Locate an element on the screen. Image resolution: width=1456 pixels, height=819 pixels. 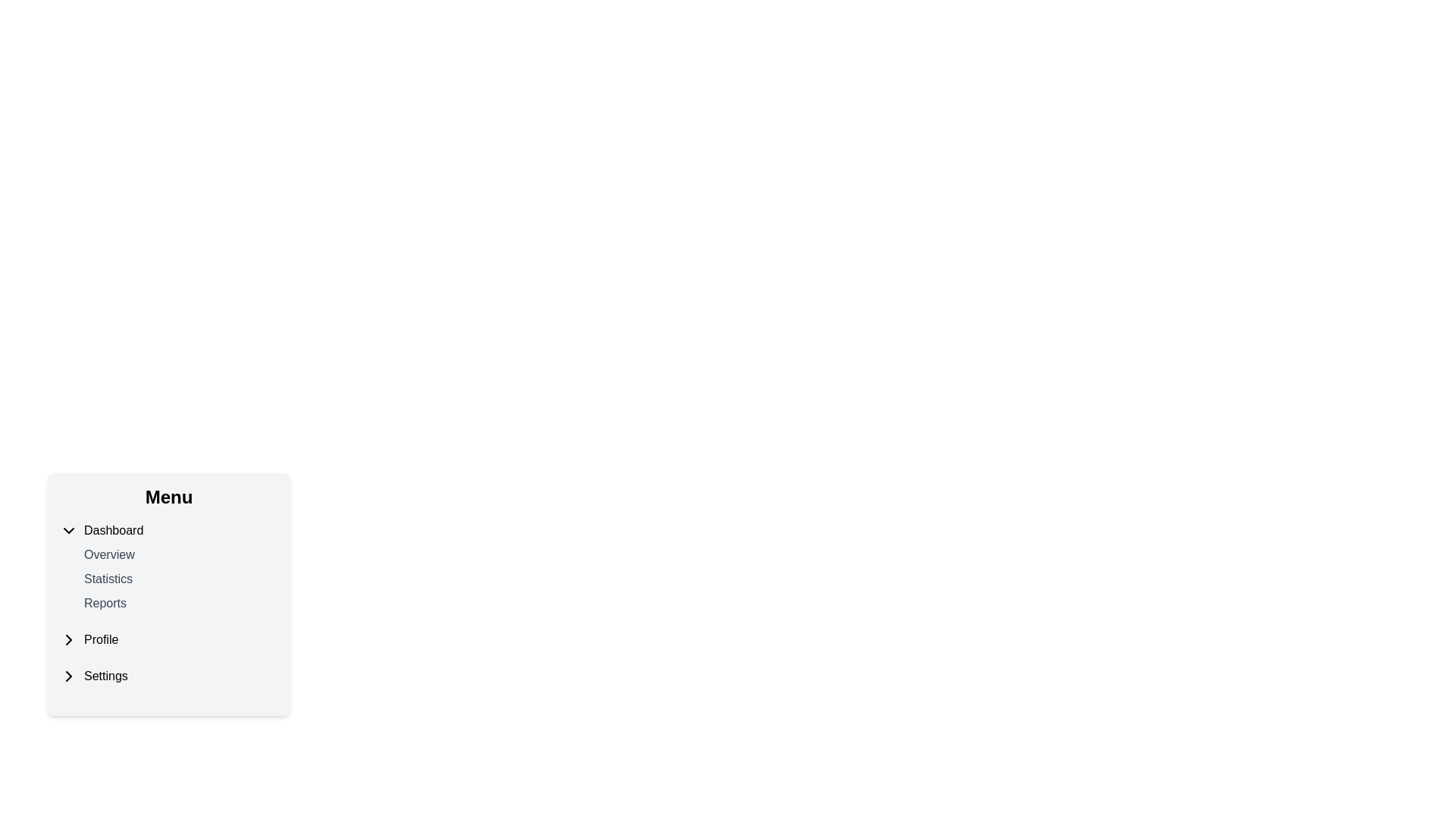
the right-facing chevron icon in the sidebar menu is located at coordinates (68, 640).